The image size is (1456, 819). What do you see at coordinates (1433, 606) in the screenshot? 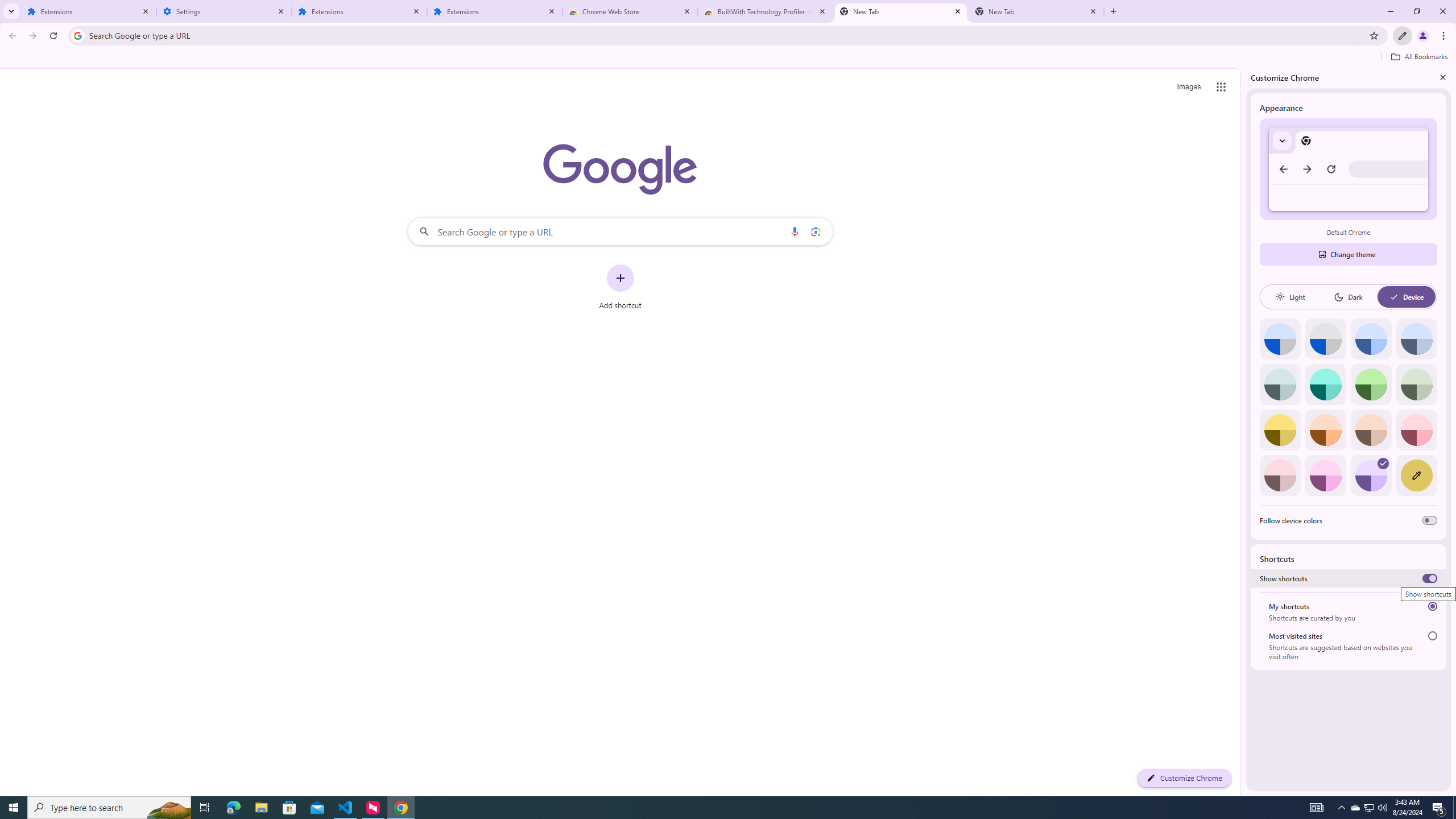
I see `'My shortcuts'` at bounding box center [1433, 606].